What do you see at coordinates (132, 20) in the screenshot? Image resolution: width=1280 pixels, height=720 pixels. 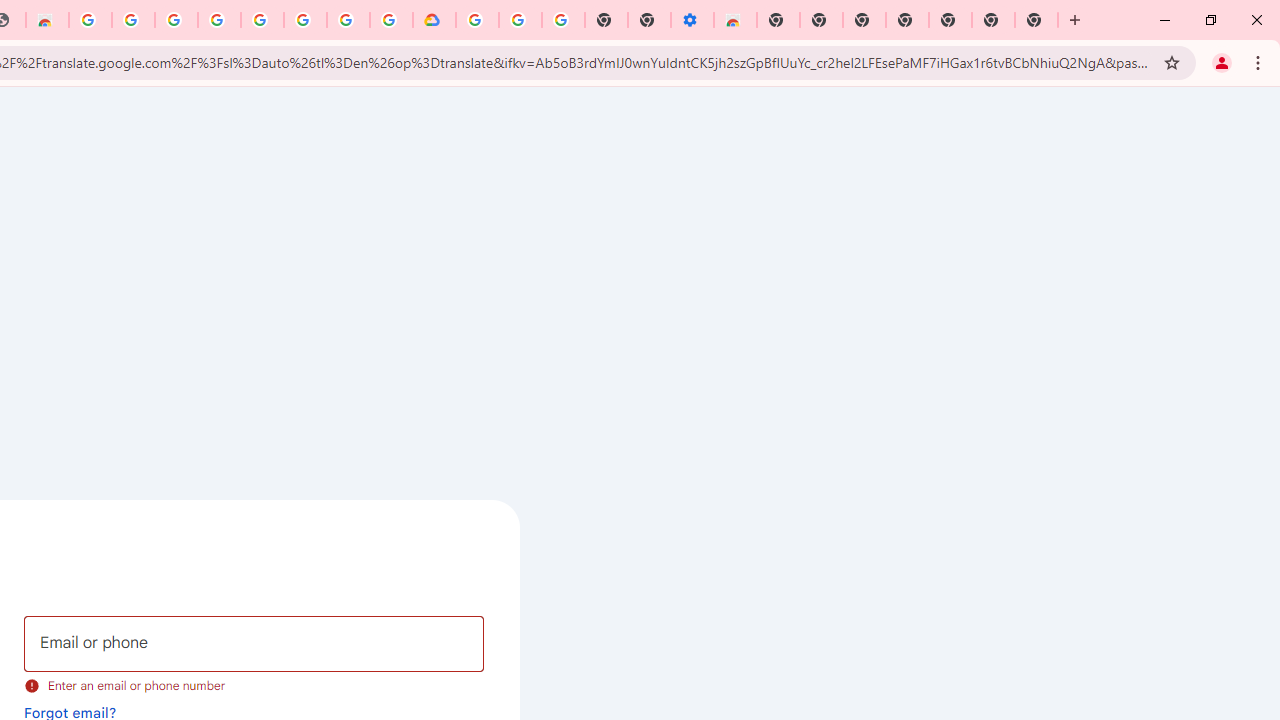 I see `'Ad Settings'` at bounding box center [132, 20].